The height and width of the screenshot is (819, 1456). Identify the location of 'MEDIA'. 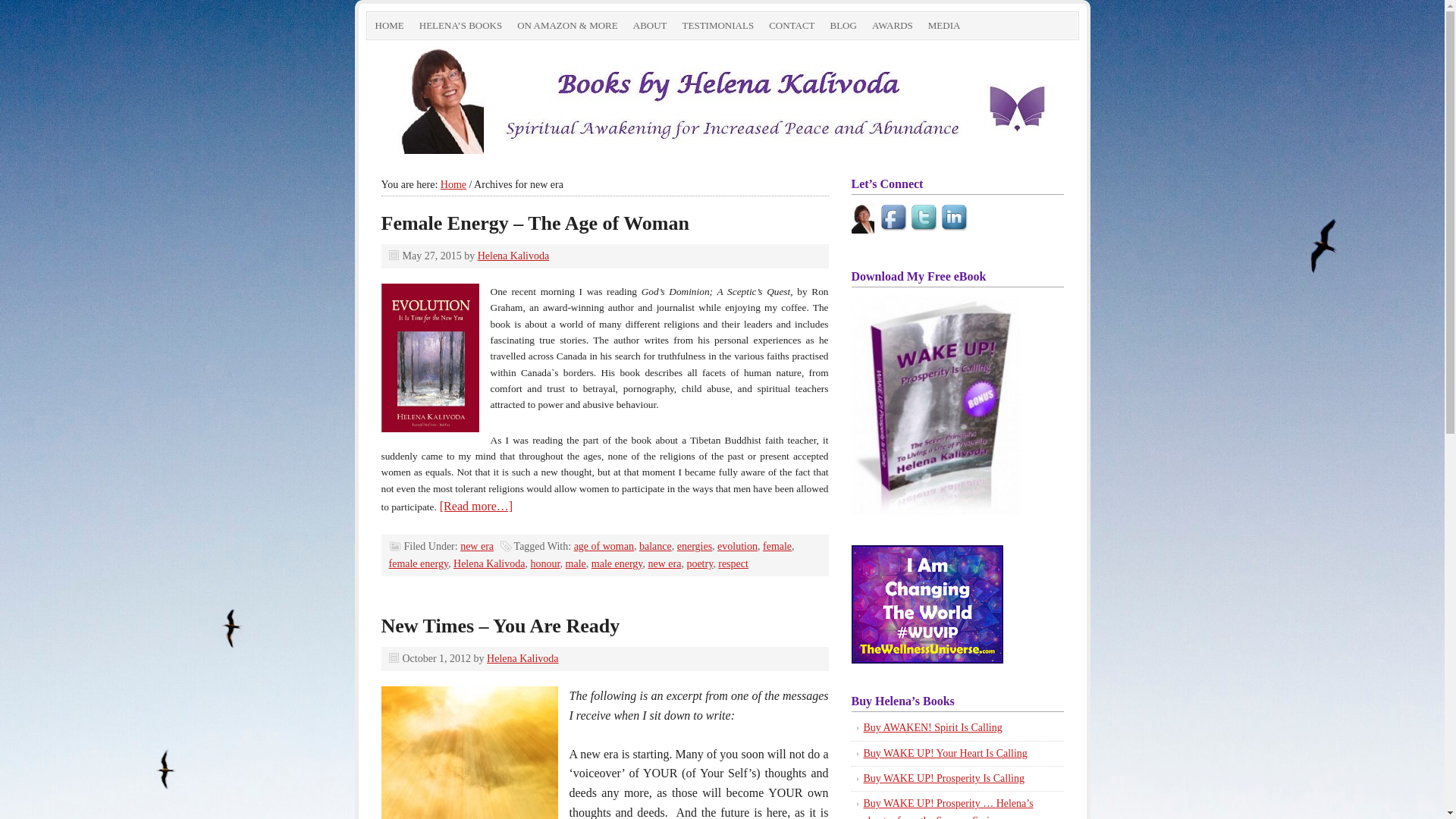
(920, 26).